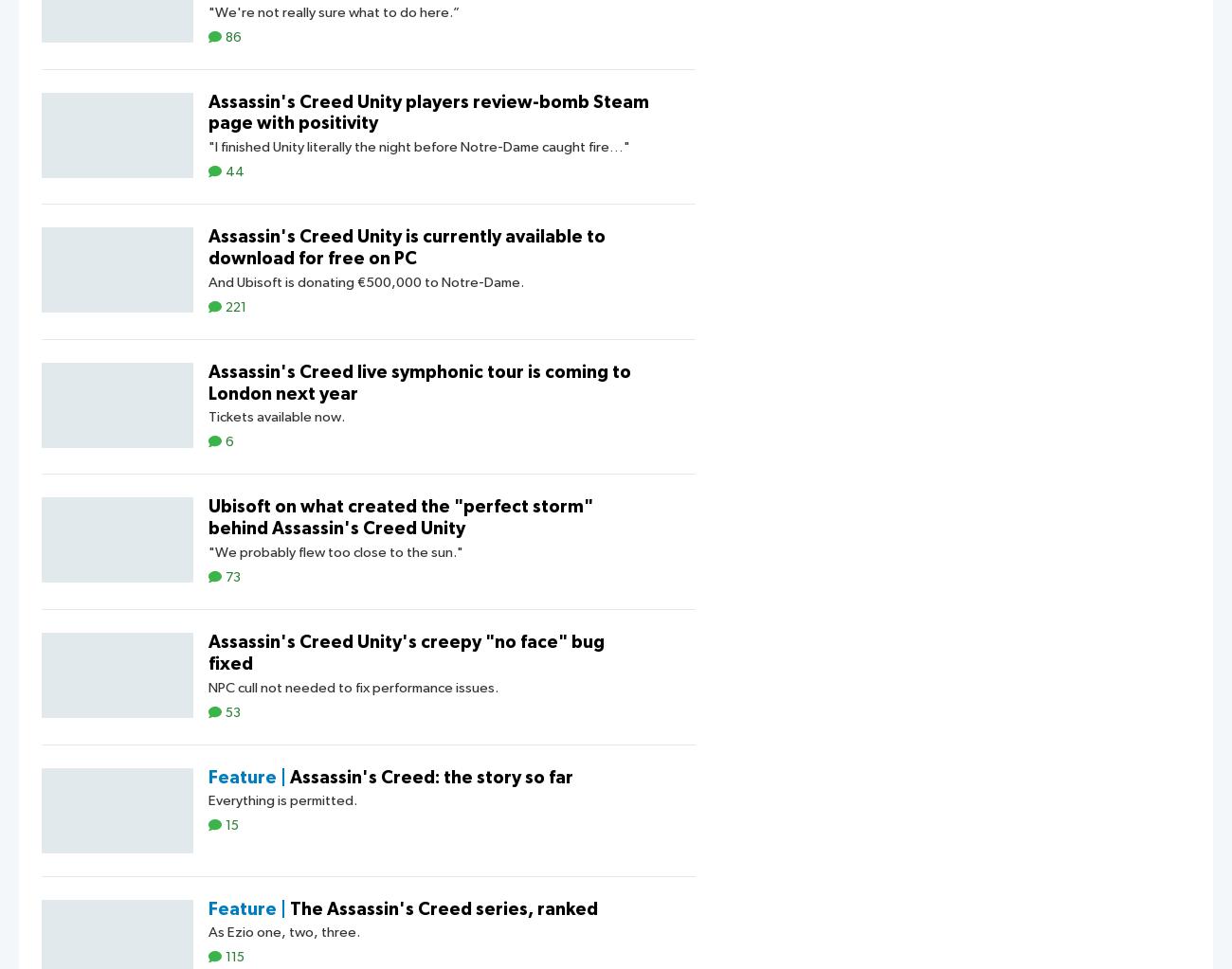  What do you see at coordinates (207, 799) in the screenshot?
I see `'Everything is permitted.'` at bounding box center [207, 799].